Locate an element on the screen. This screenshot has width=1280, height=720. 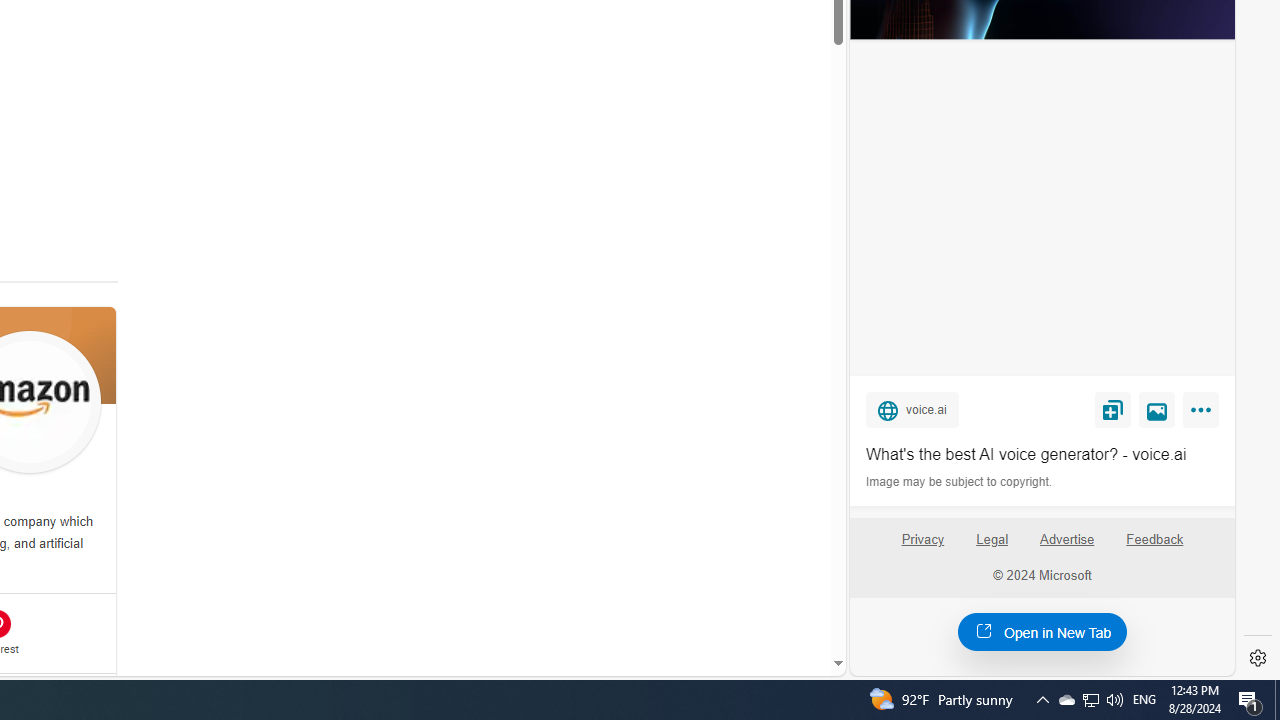
'Legal' is located at coordinates (992, 538).